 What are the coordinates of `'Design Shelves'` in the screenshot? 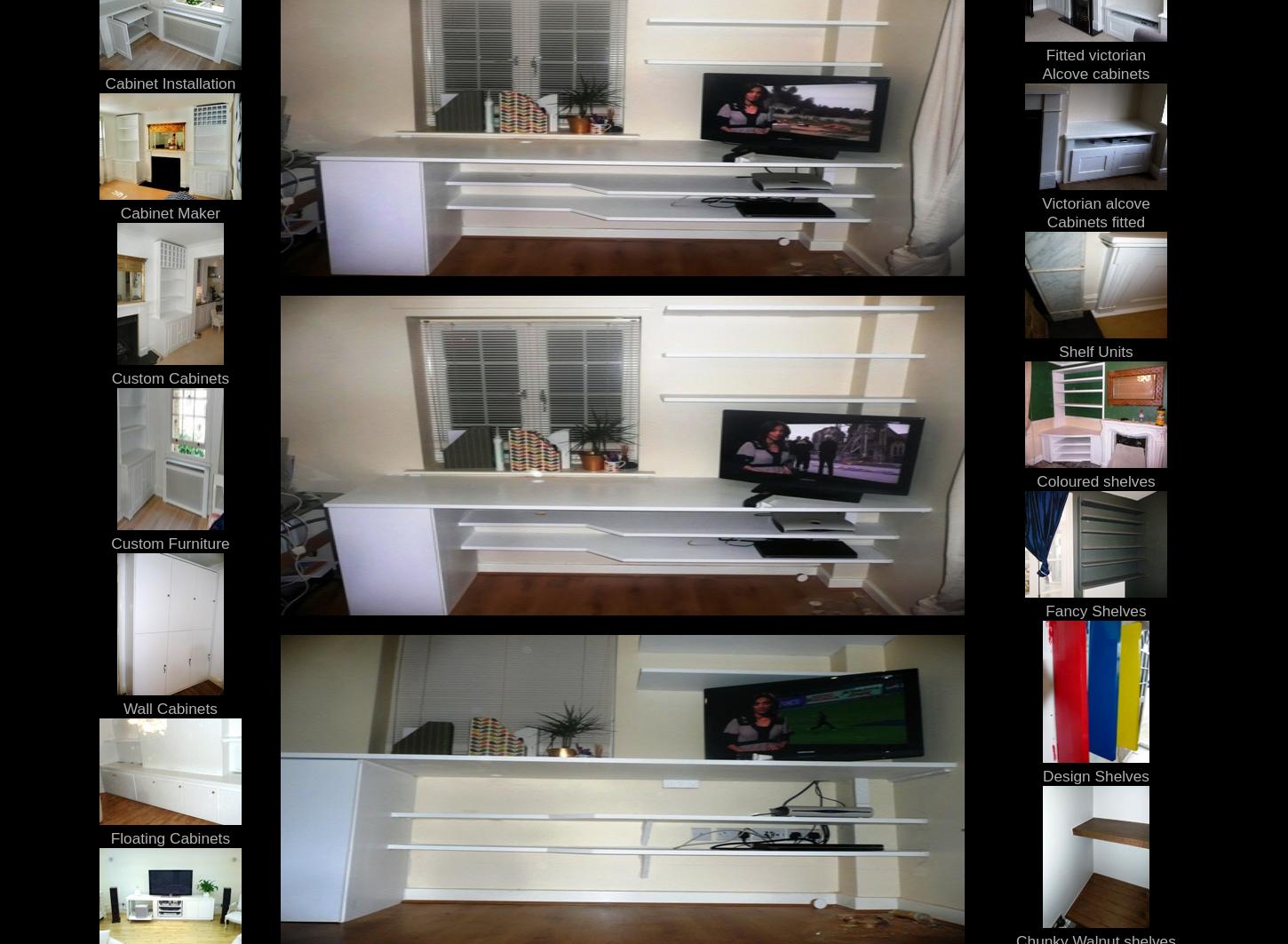 It's located at (1094, 774).